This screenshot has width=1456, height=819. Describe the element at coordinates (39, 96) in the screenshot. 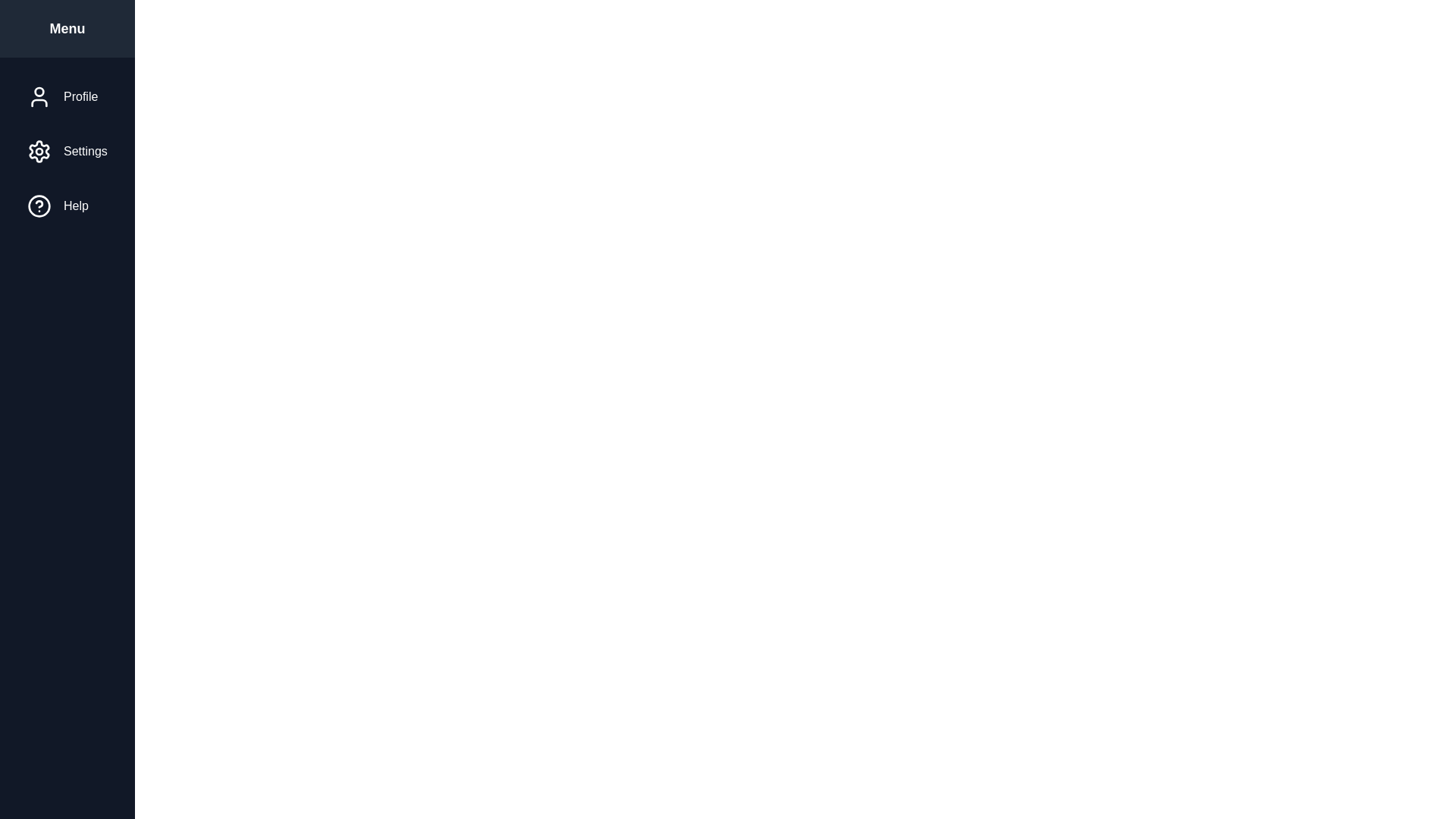

I see `the menu item icon for Profile` at that location.